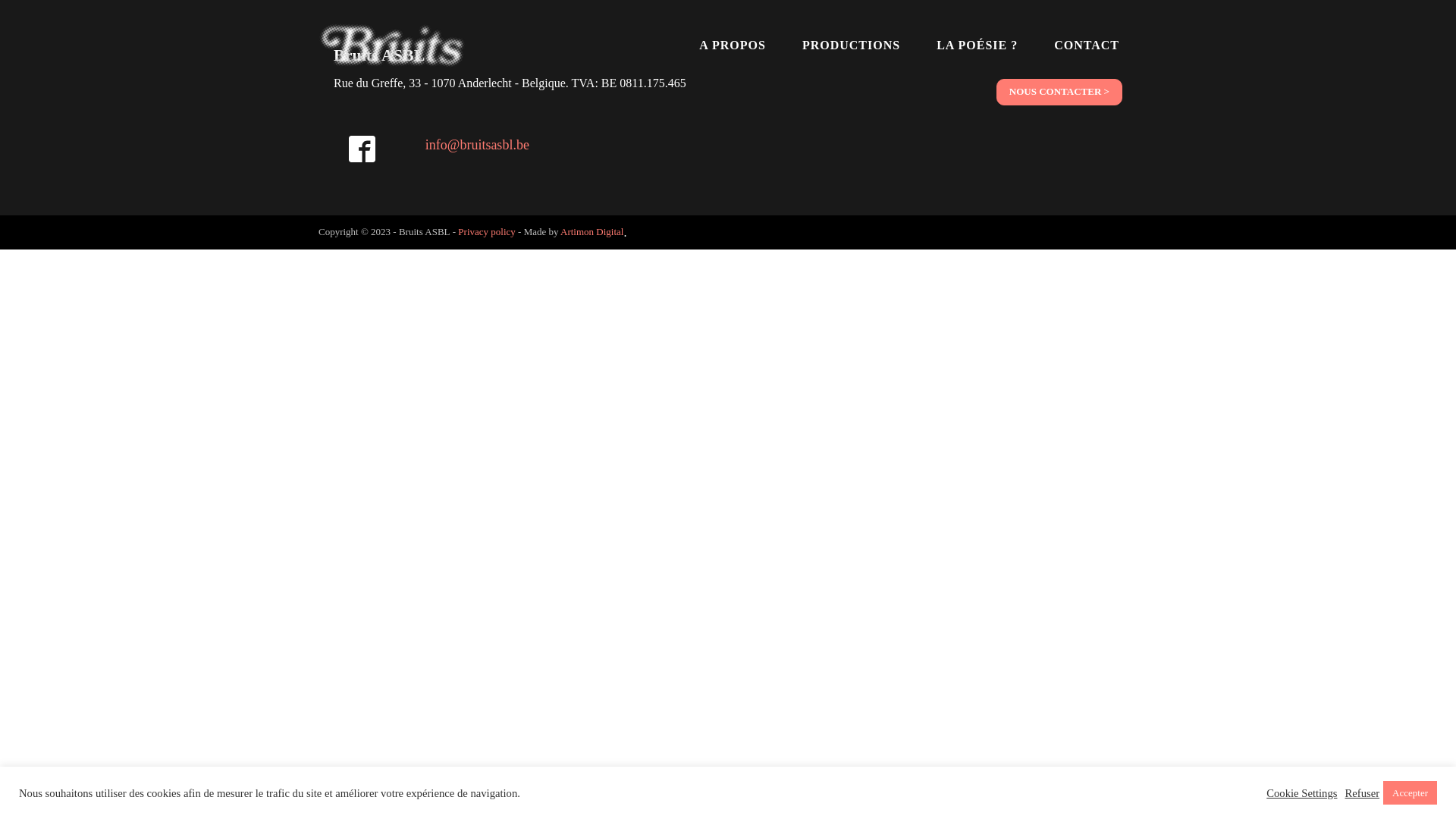 The width and height of the screenshot is (1456, 819). What do you see at coordinates (1361, 792) in the screenshot?
I see `'Refuser'` at bounding box center [1361, 792].